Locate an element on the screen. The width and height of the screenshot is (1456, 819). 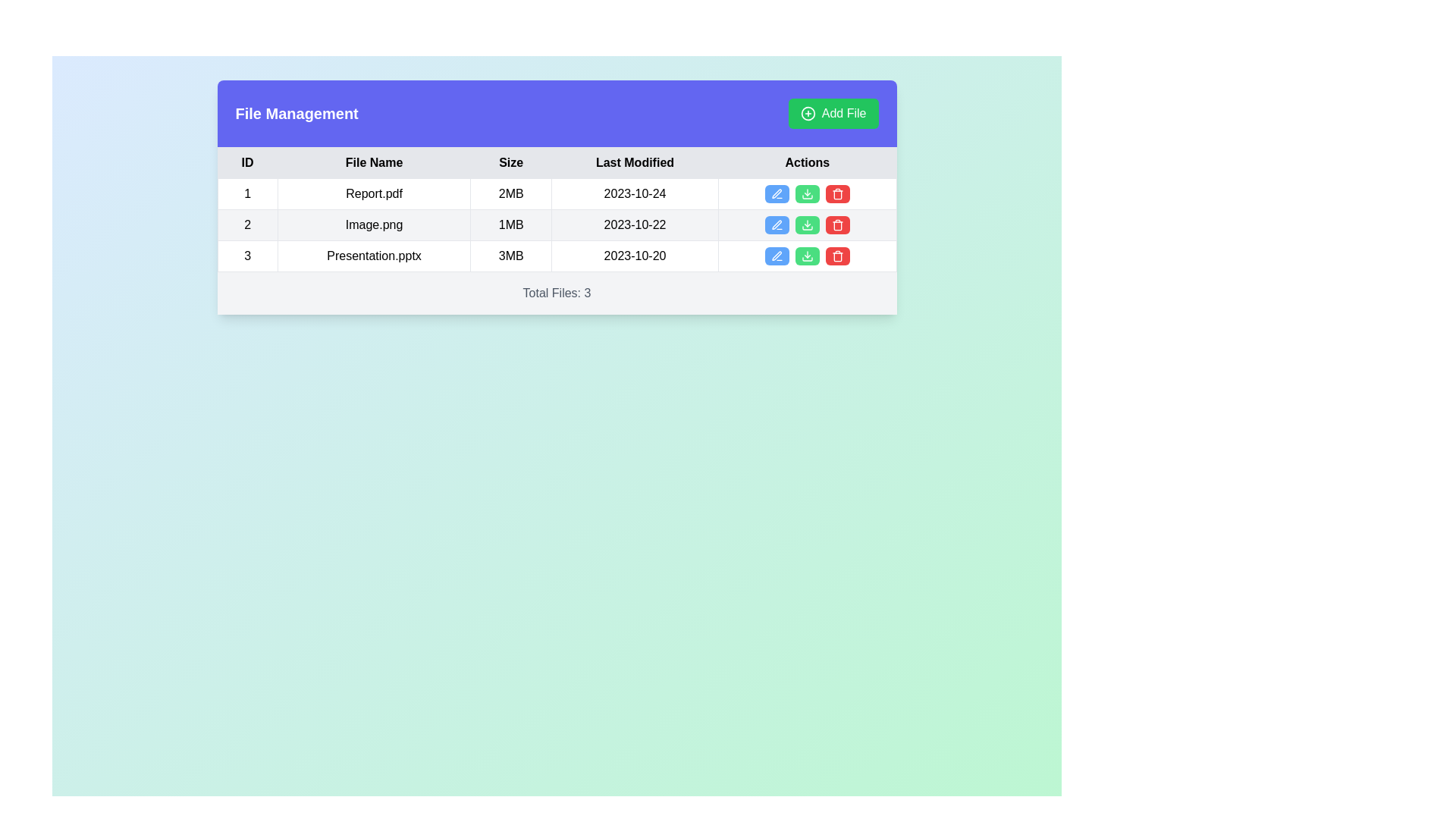
the ID text cell, which is the first entry in the table representing the file ID, located in the upper-left corner of the file management panel is located at coordinates (247, 193).